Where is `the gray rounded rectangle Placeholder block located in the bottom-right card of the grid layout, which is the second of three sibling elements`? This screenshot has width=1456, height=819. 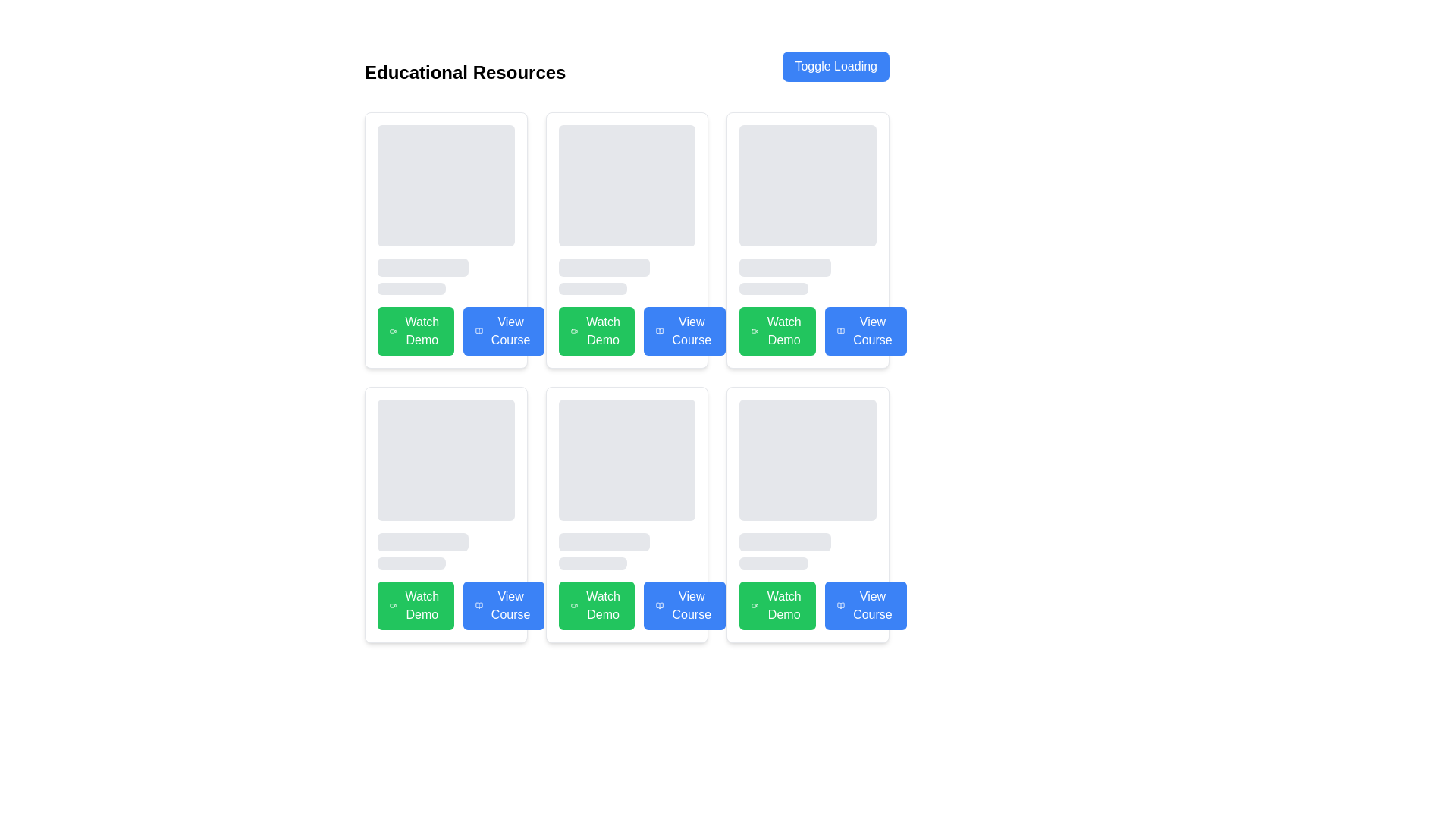 the gray rounded rectangle Placeholder block located in the bottom-right card of the grid layout, which is the second of three sibling elements is located at coordinates (785, 541).